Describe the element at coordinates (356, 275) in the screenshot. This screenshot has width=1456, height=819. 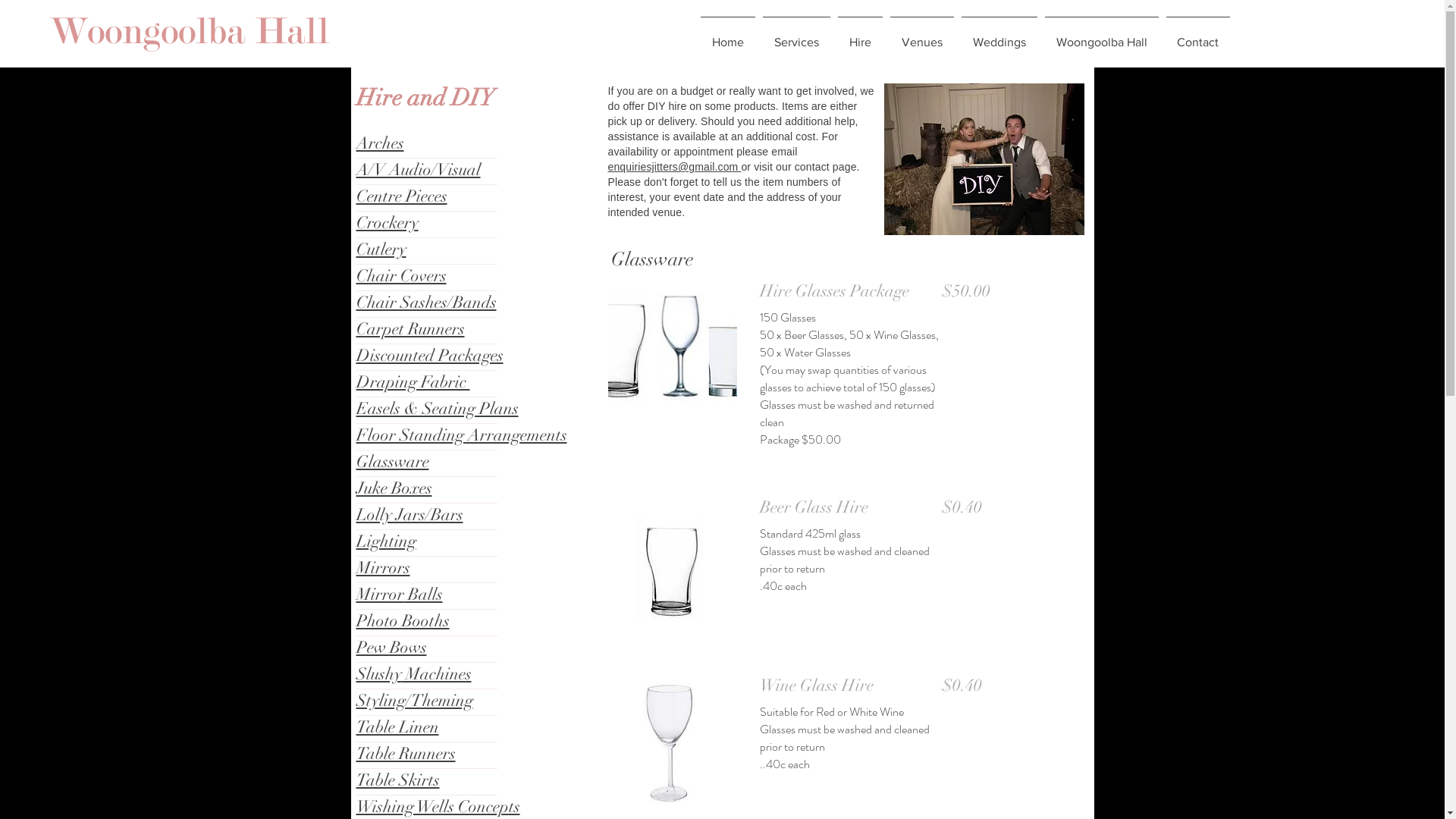
I see `'Chair Covers'` at that location.